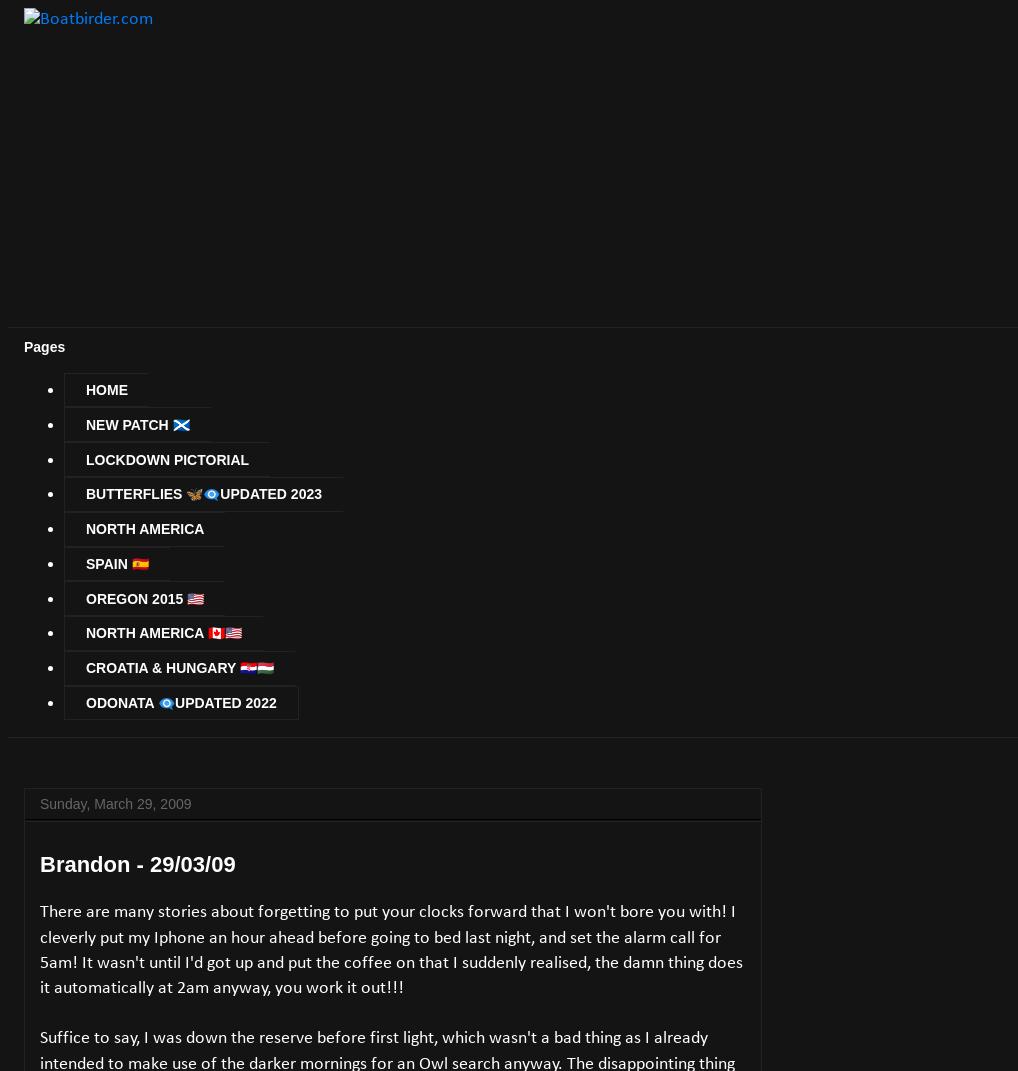  Describe the element at coordinates (136, 424) in the screenshot. I see `'NEW PATCH 🏴󠁧󠁢󠁳󠁣󠁴󠁿'` at that location.